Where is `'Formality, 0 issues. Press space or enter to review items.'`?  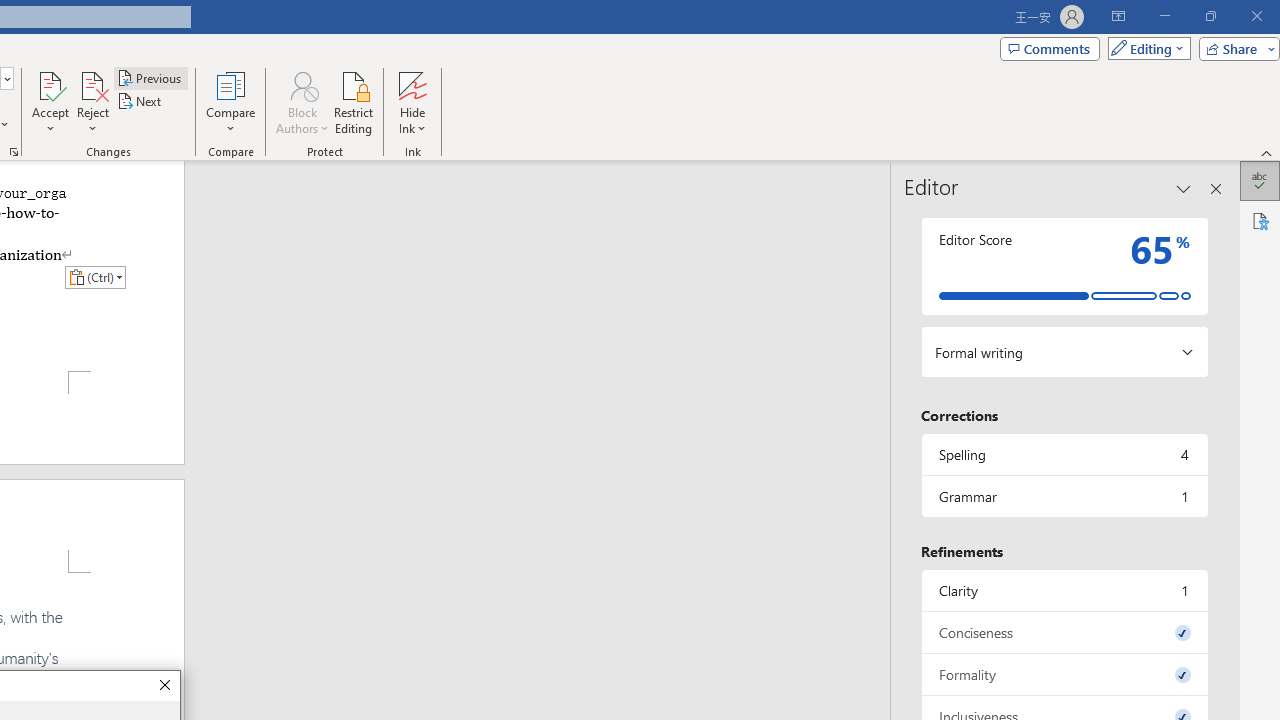
'Formality, 0 issues. Press space or enter to review items.' is located at coordinates (1063, 674).